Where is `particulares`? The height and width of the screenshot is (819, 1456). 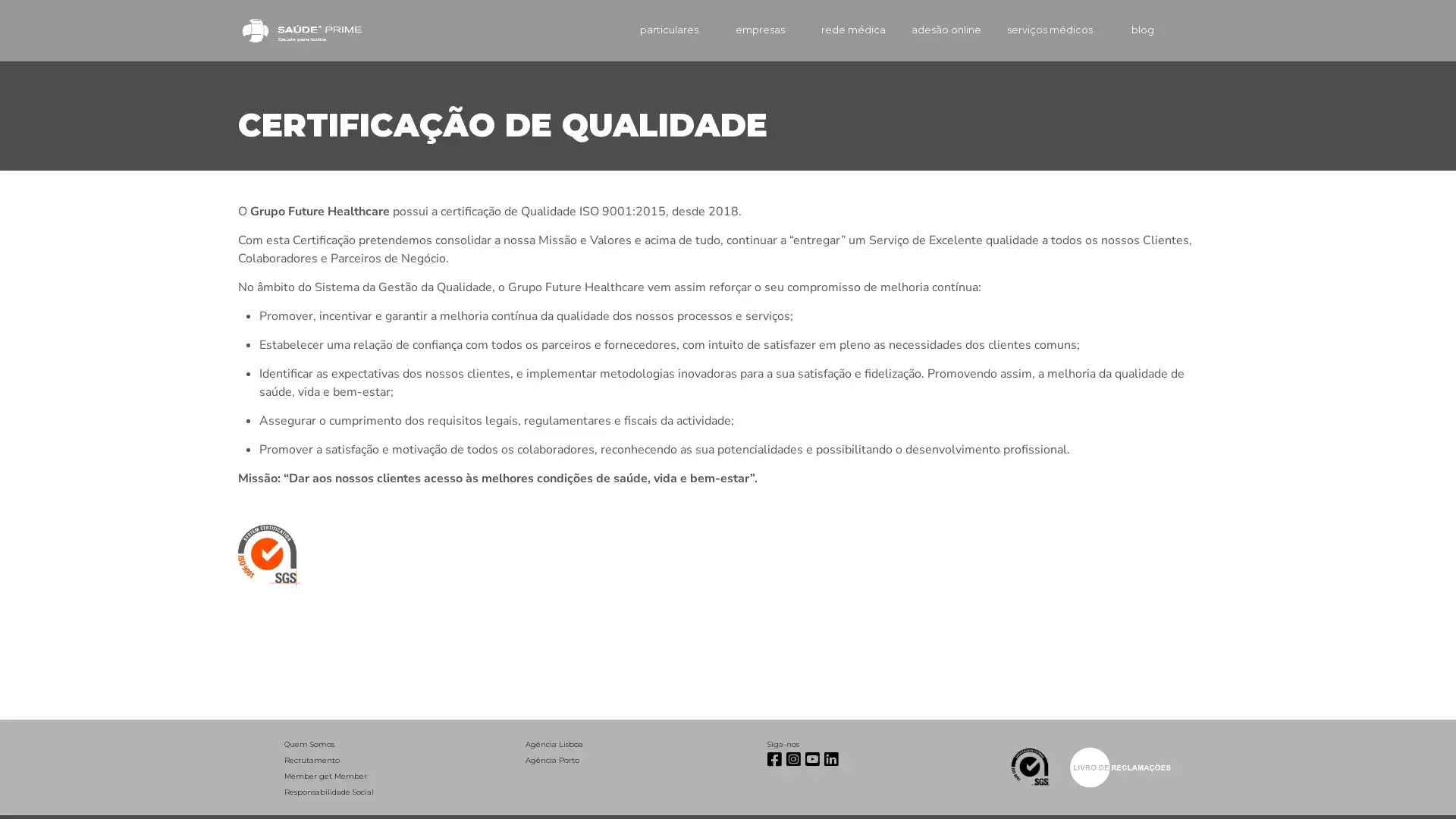 particulares is located at coordinates (644, 30).